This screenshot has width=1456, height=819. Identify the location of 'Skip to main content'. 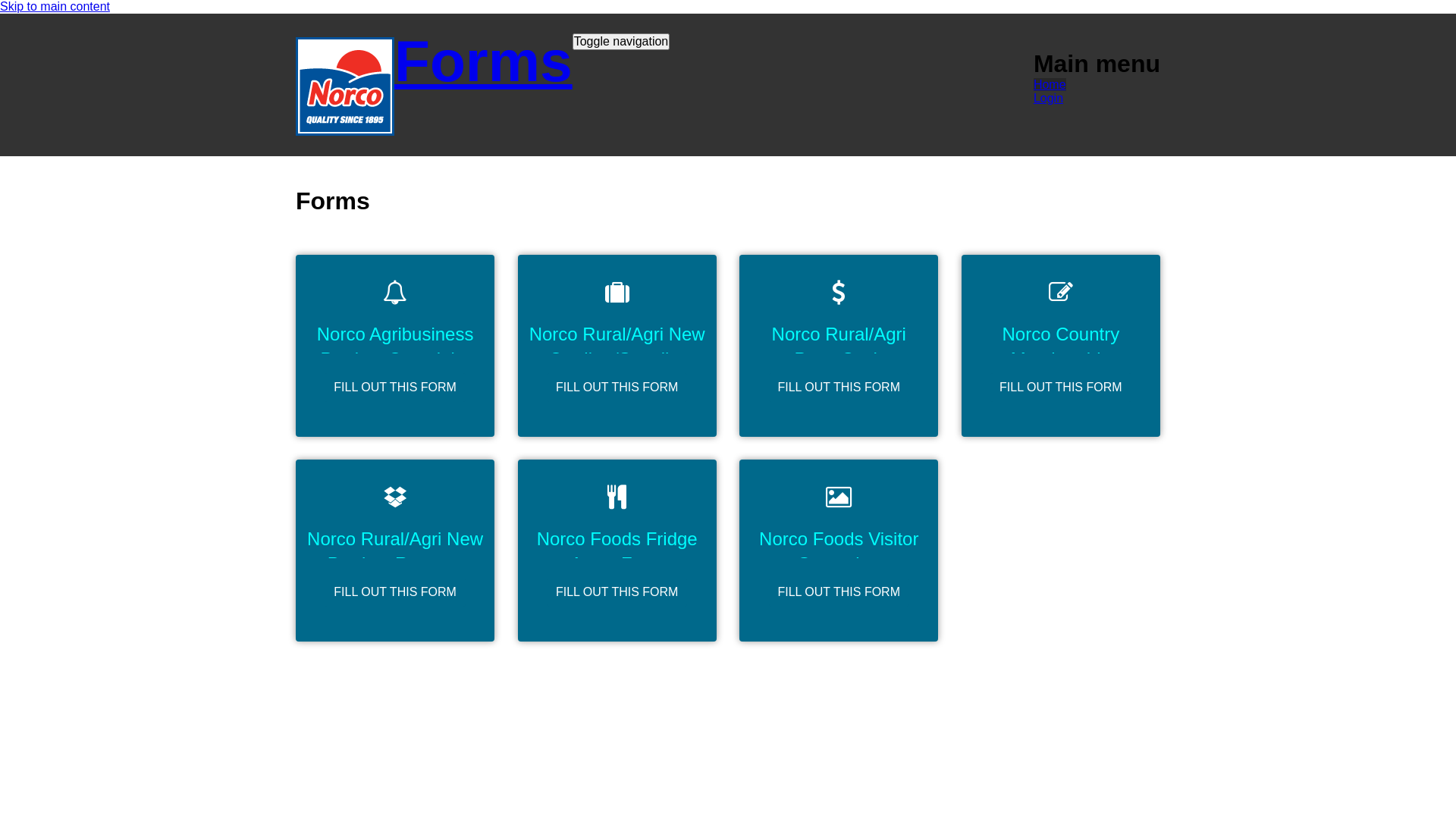
(55, 6).